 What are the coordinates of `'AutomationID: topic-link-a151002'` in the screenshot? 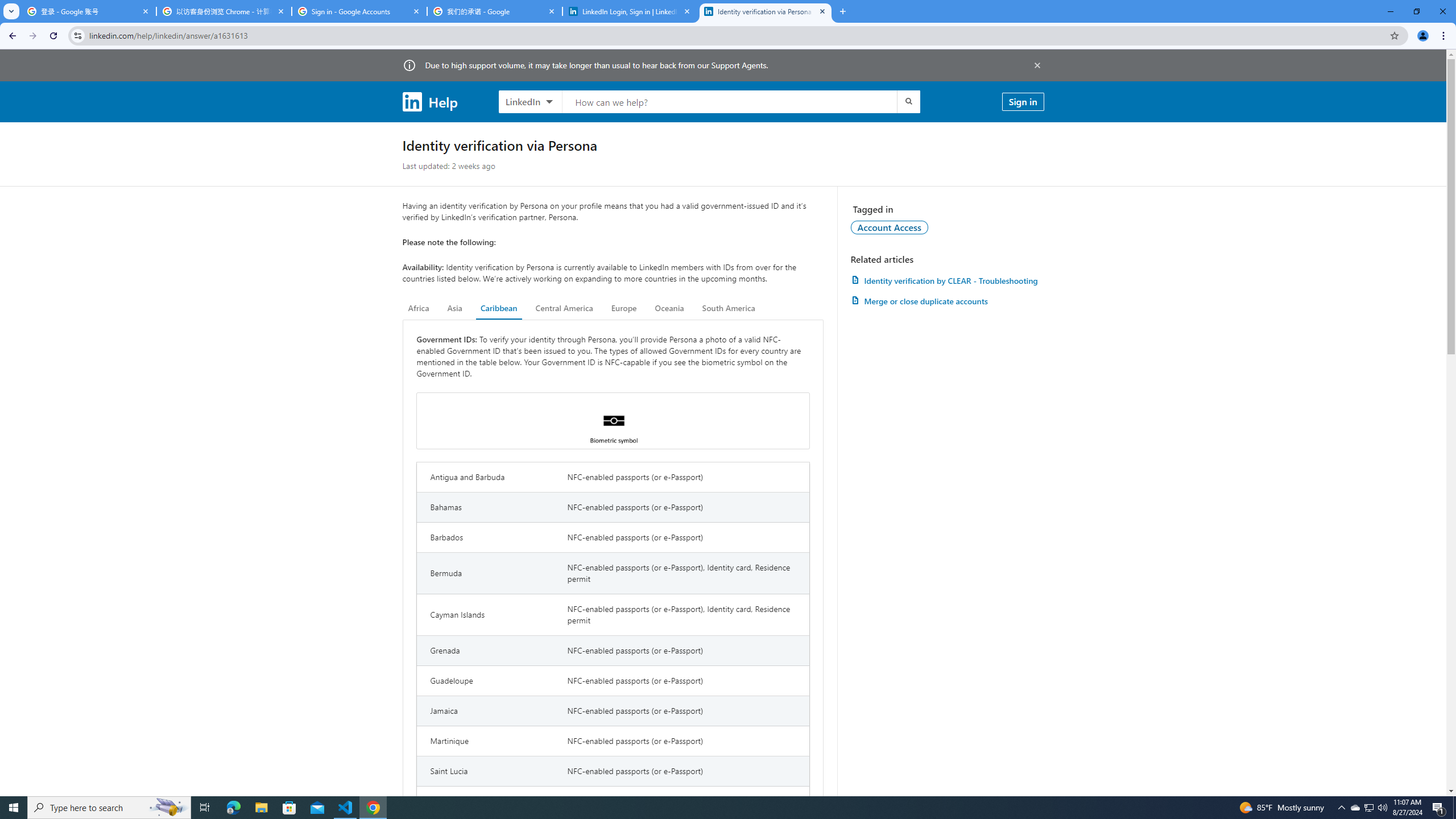 It's located at (890, 226).